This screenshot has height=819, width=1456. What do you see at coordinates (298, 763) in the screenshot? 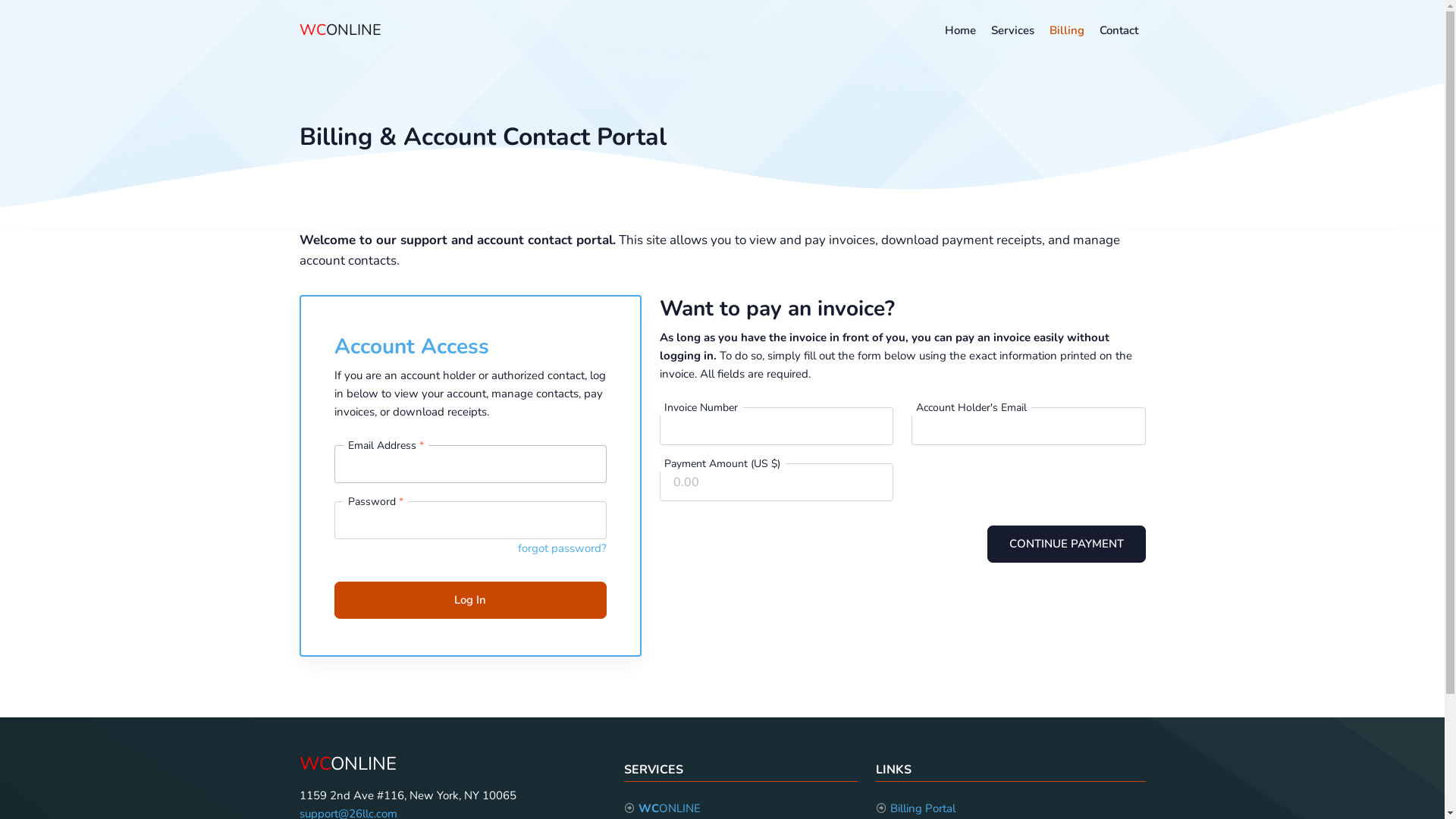
I see `'WCONLINE'` at bounding box center [298, 763].